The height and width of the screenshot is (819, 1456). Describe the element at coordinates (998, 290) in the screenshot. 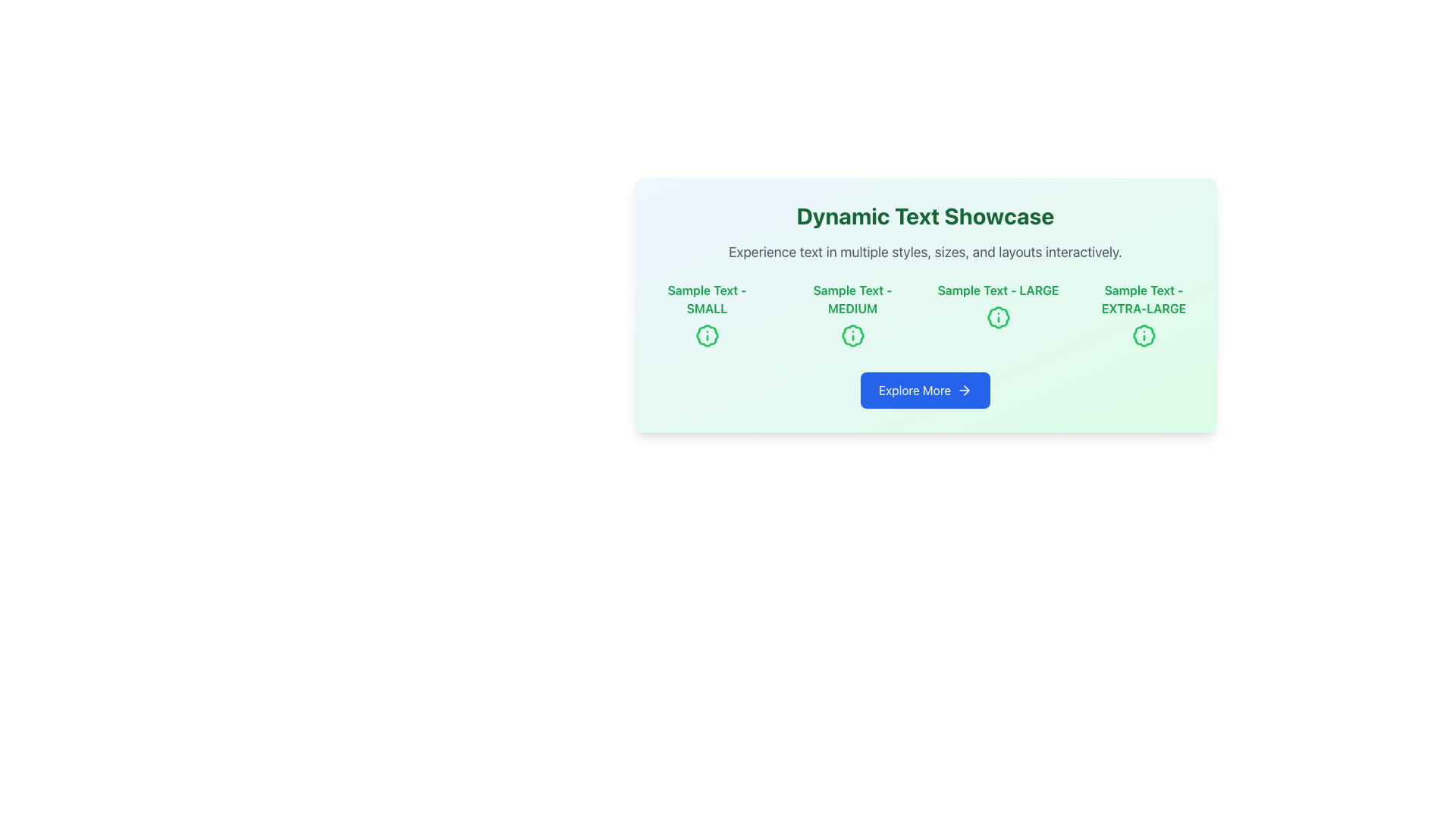

I see `text label displaying 'Sample Text - LARGE' which is styled in large, bold, green font, positioned in the middle-right of the interface` at that location.